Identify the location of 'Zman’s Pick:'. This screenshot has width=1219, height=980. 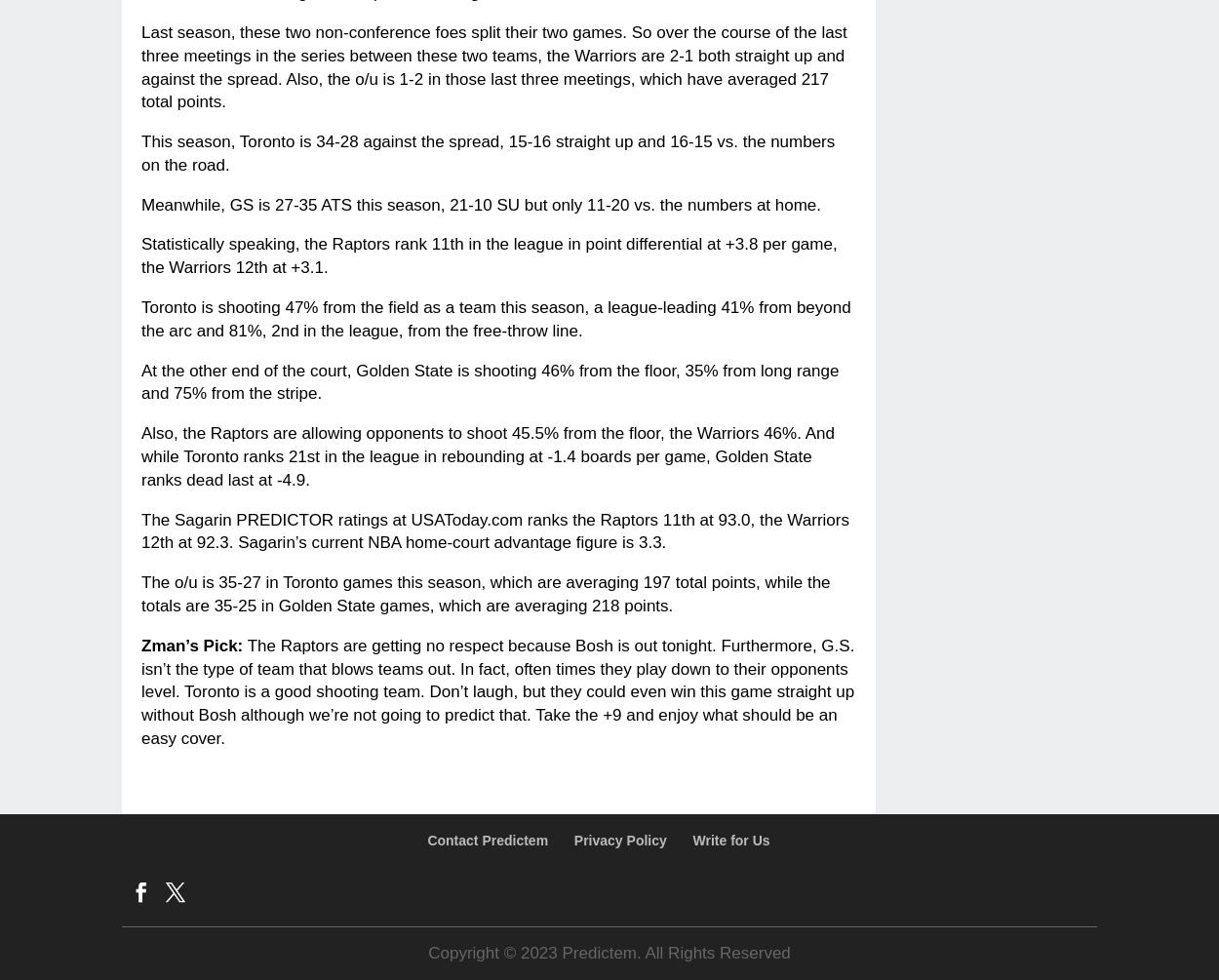
(191, 644).